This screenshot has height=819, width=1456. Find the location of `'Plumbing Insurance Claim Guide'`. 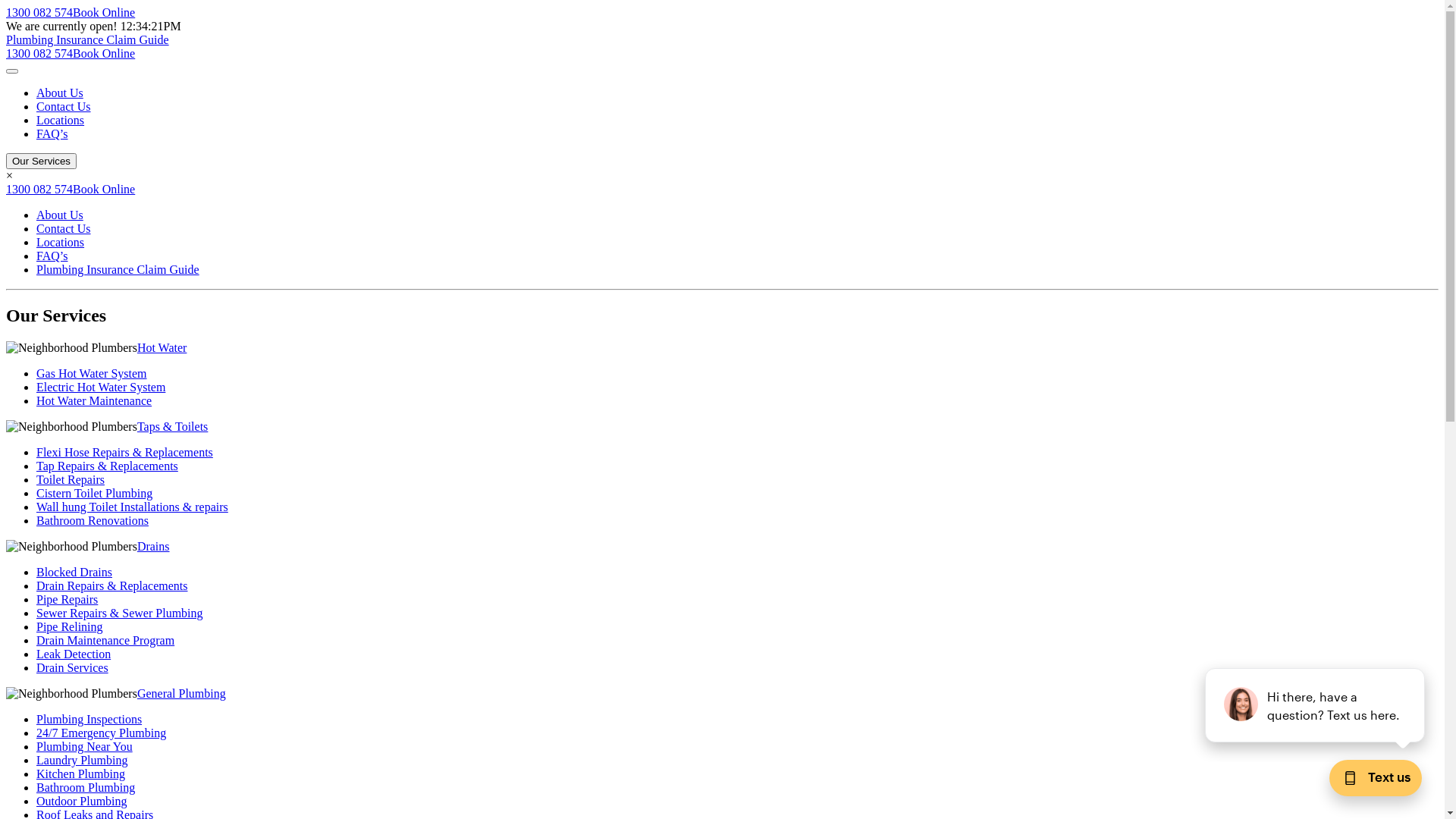

'Plumbing Insurance Claim Guide' is located at coordinates (117, 268).